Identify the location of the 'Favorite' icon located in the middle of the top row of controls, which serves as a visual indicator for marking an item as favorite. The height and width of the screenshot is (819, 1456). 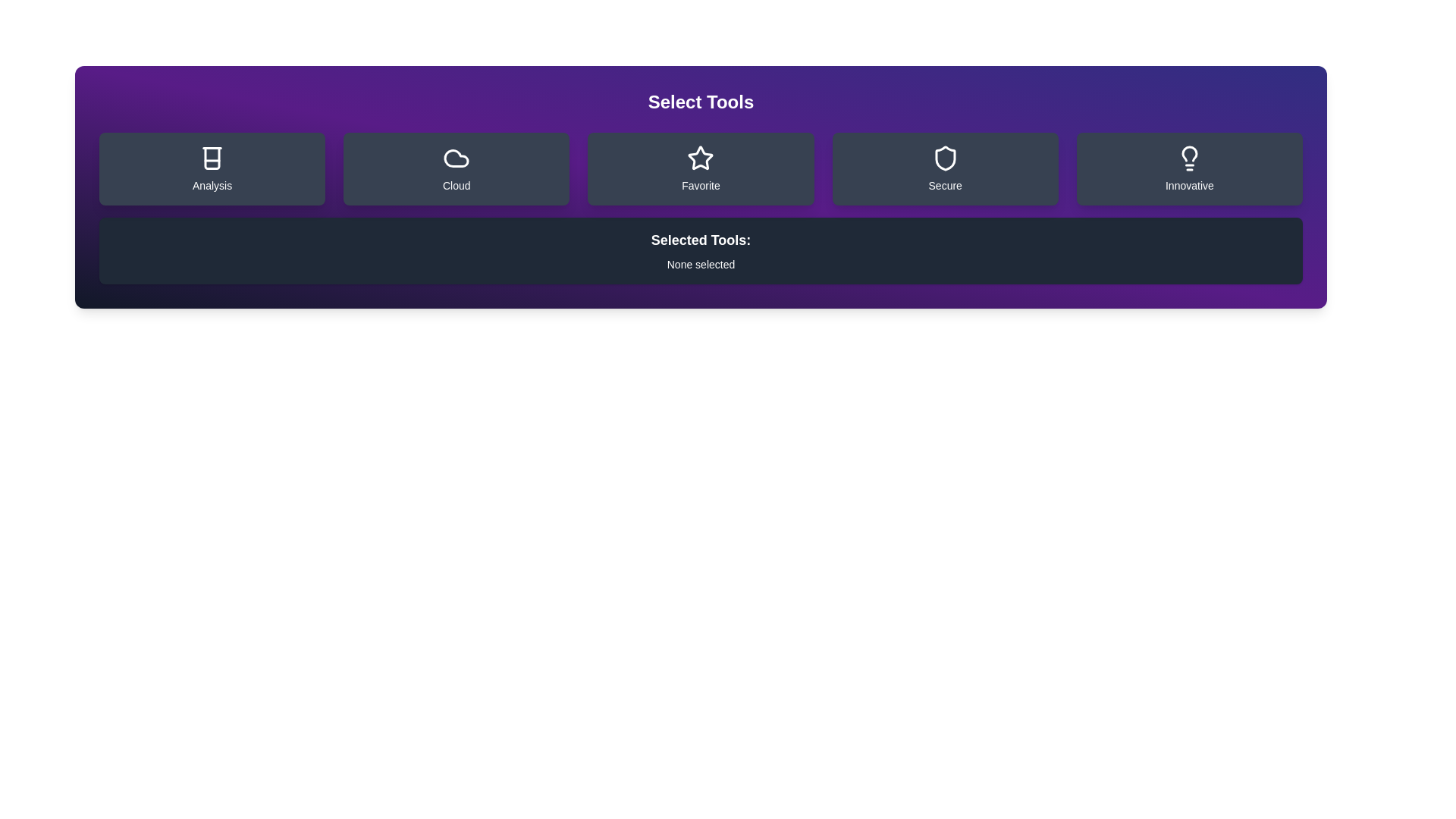
(700, 158).